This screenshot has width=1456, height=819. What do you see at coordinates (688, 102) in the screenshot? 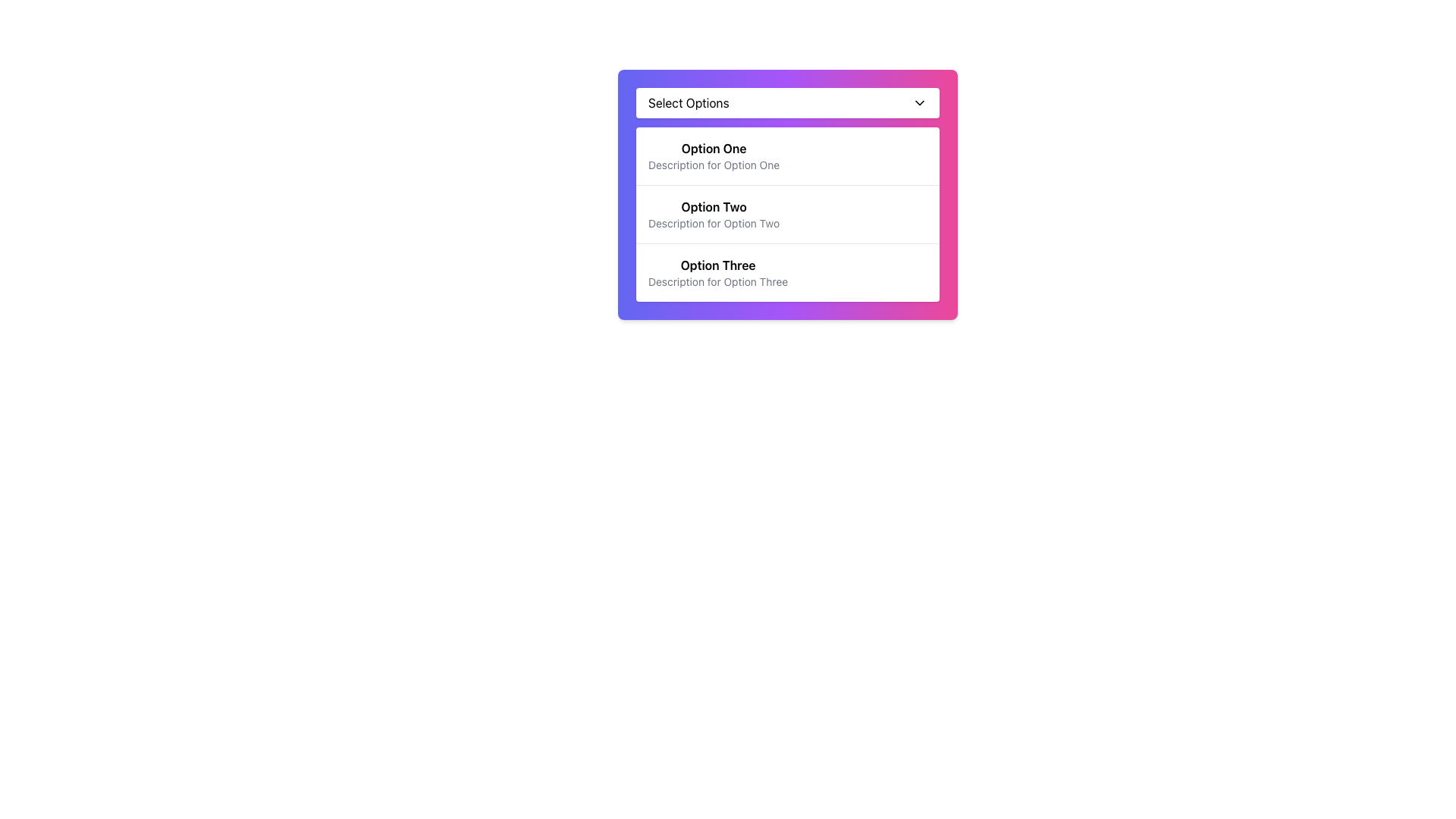
I see `text label located at the top section of the dropdown menu, which indicates the action or purpose of the component` at bounding box center [688, 102].